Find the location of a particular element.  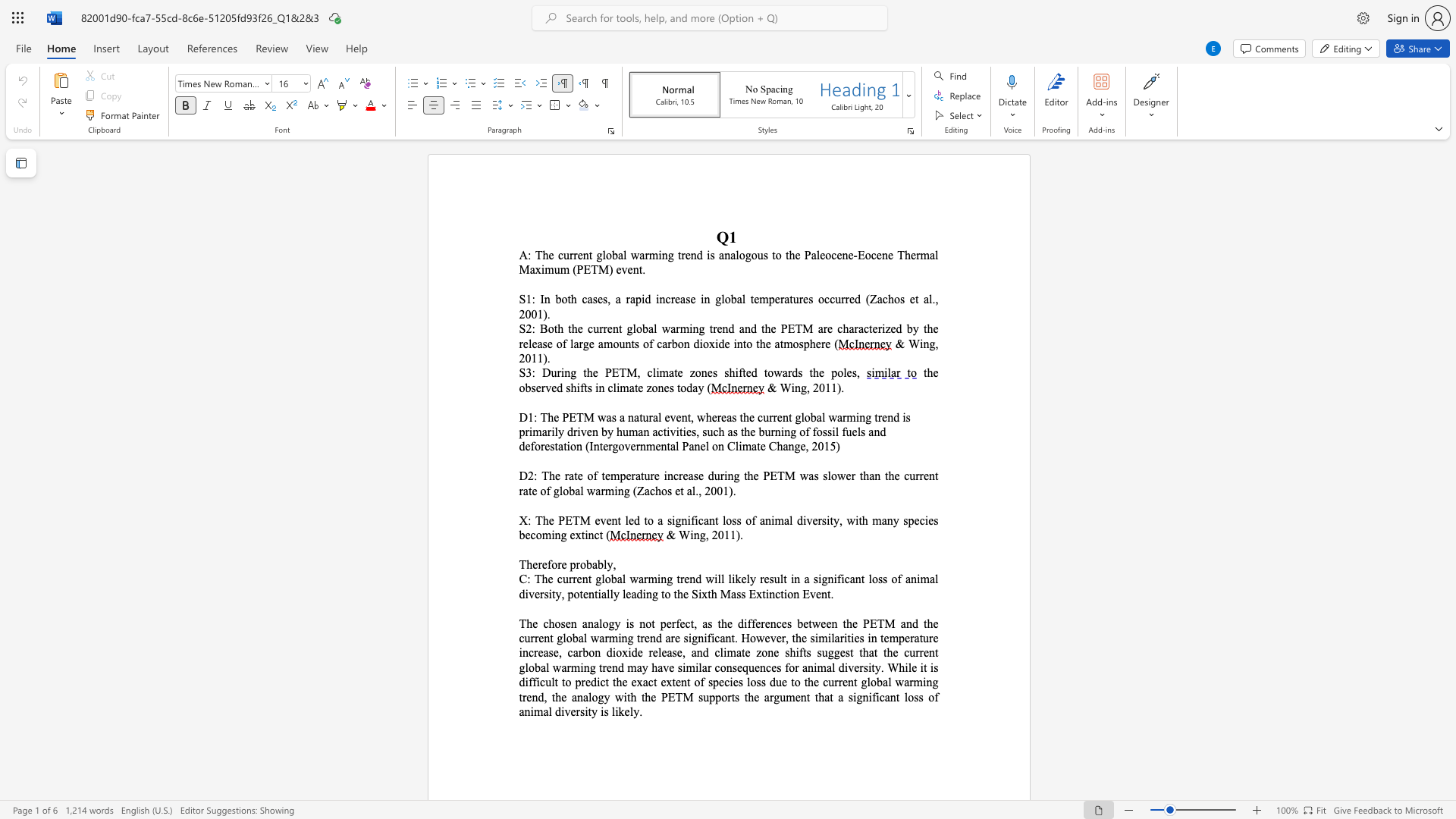

the subset text "rrent global warming trend is primarily driven by human activities, such as th" within the text "the current global warming trend is primarily driven by human activities, such as the burning of fossil fuels and deforestation" is located at coordinates (769, 417).